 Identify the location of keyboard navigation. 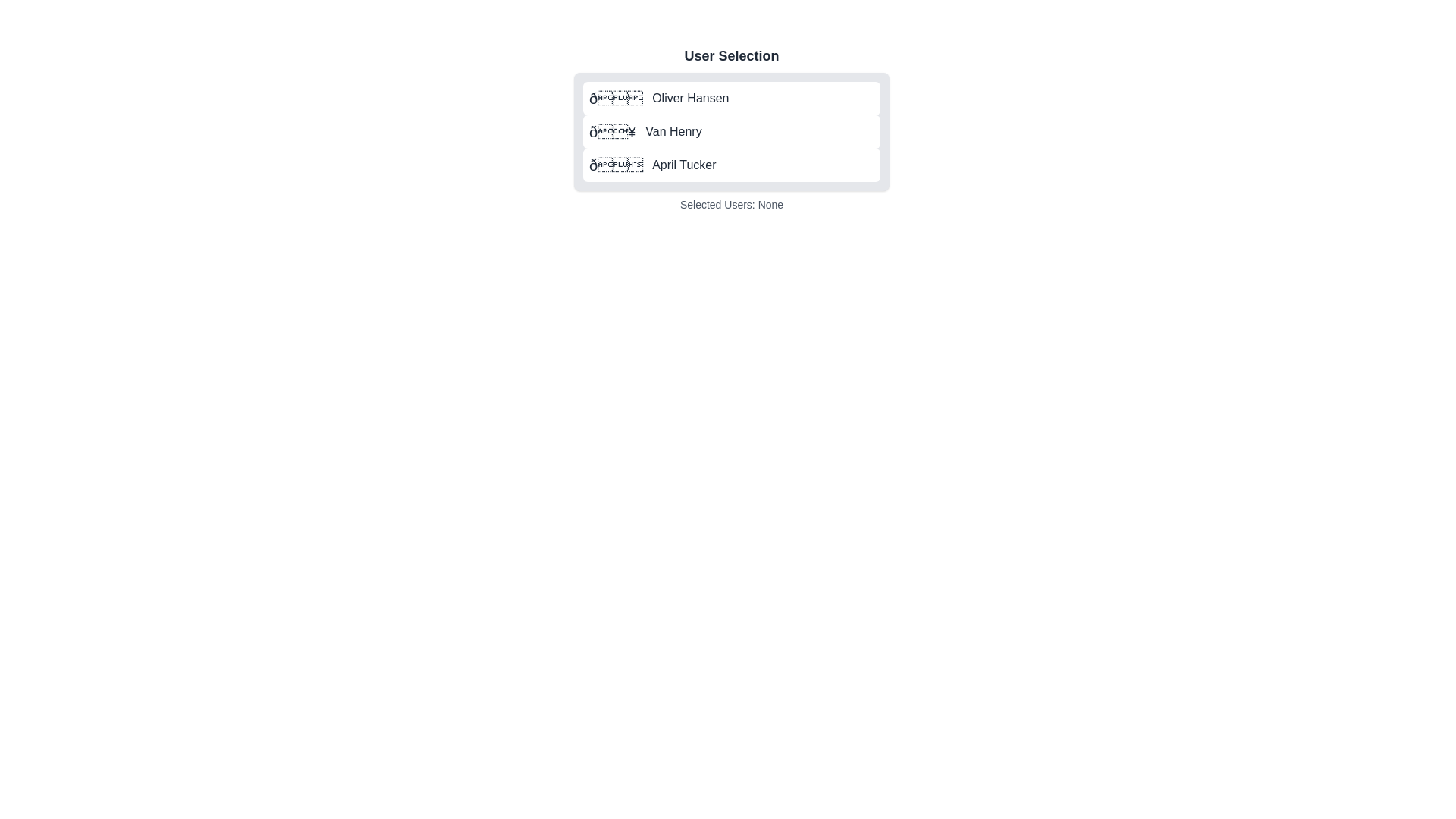
(645, 130).